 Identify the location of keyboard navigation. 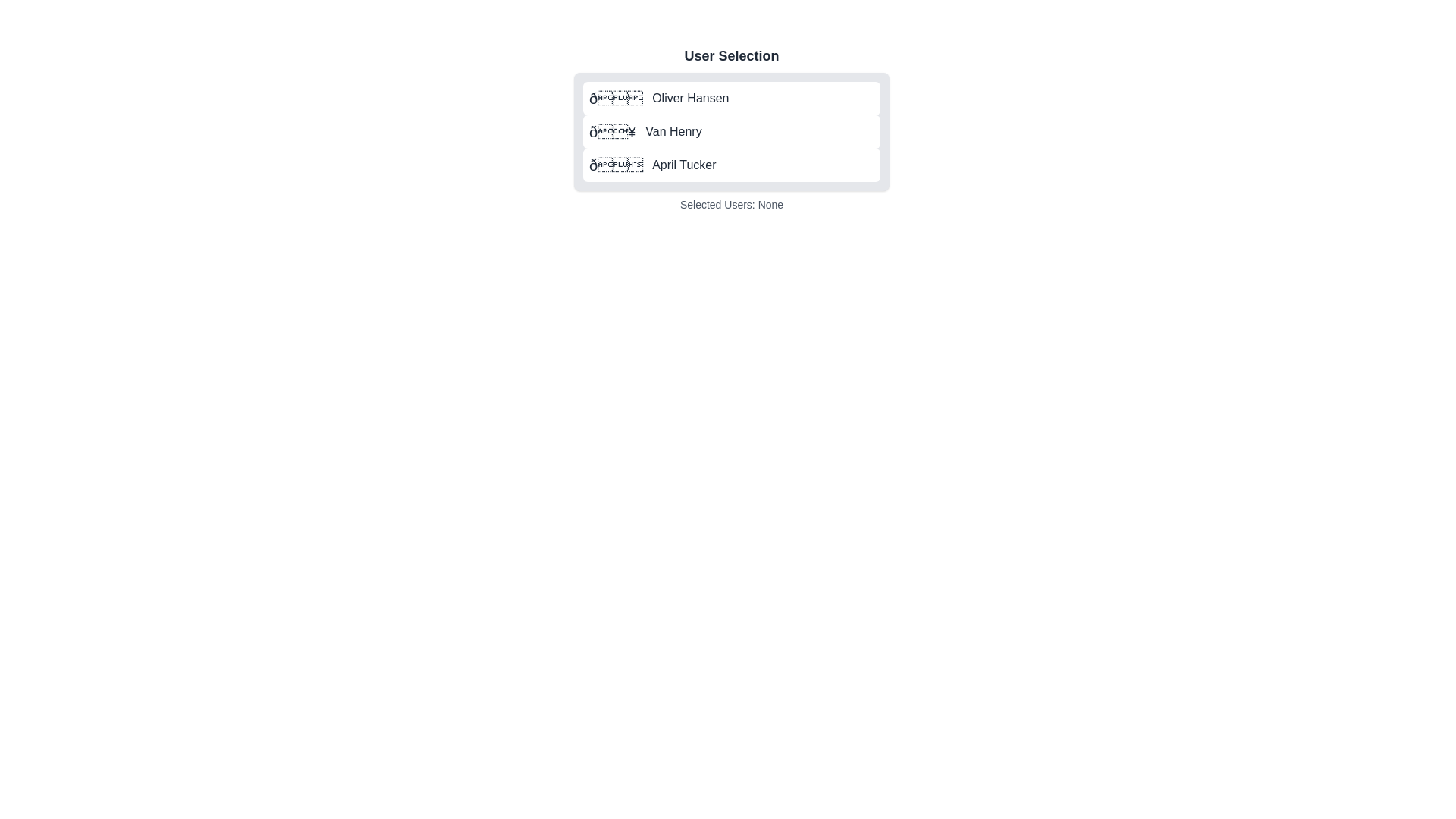
(645, 130).